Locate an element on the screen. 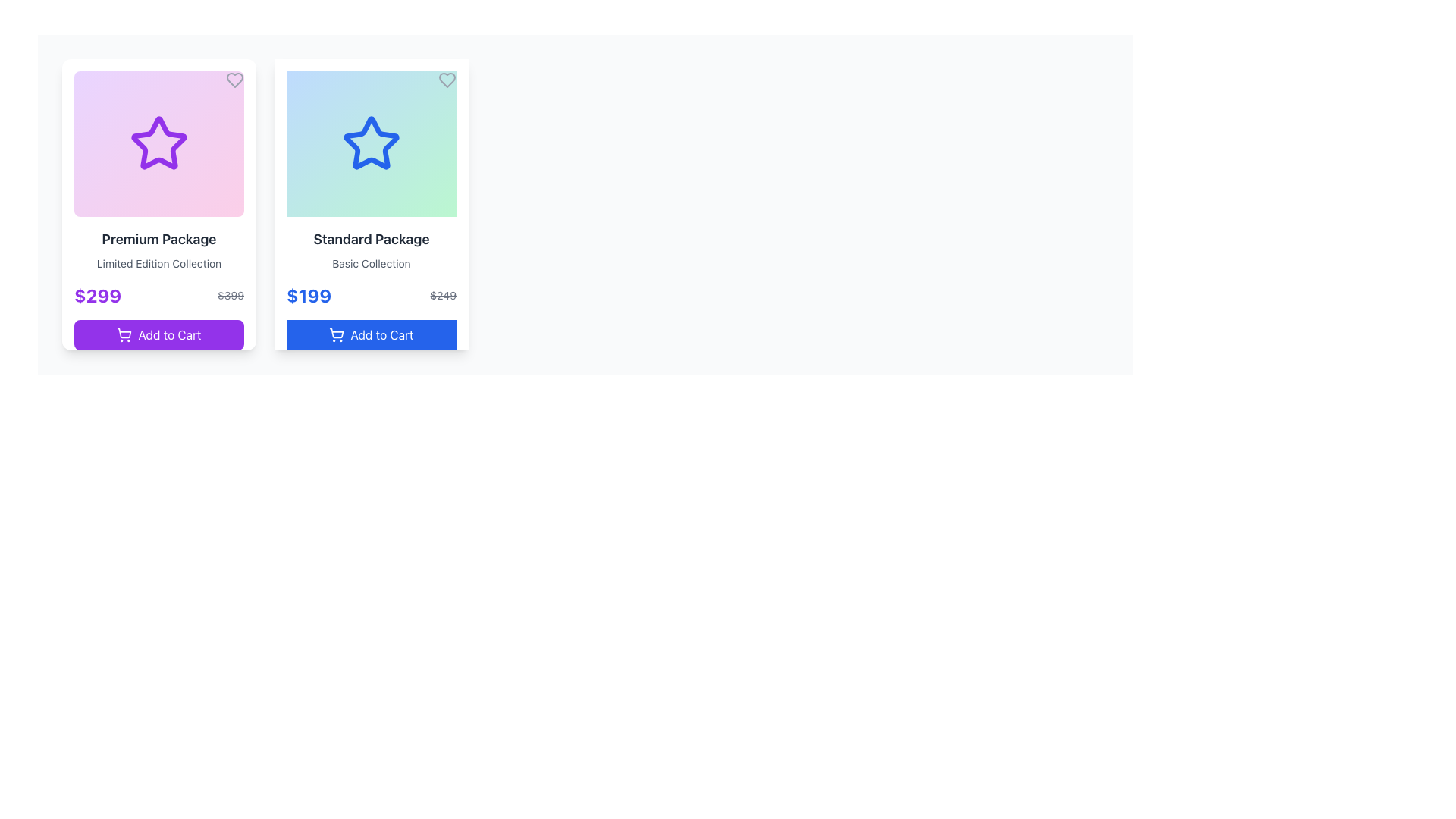 The width and height of the screenshot is (1456, 819). the heart-shaped icon in the top-right corner of the 'Premium Package' card to favorite/unfavorite it is located at coordinates (234, 80).